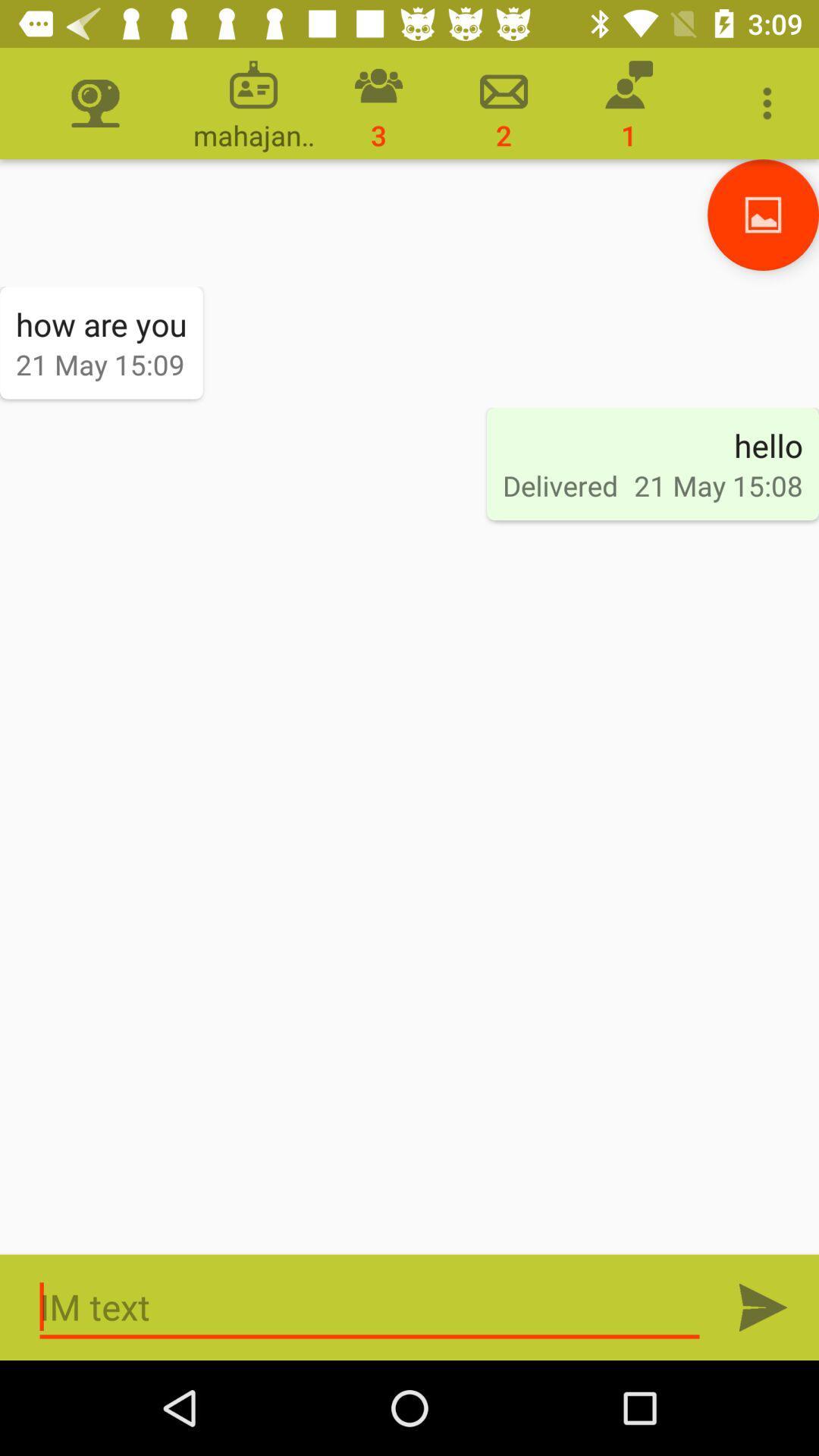 This screenshot has height=1456, width=819. What do you see at coordinates (378, 102) in the screenshot?
I see `the group icon which has the text 3` at bounding box center [378, 102].